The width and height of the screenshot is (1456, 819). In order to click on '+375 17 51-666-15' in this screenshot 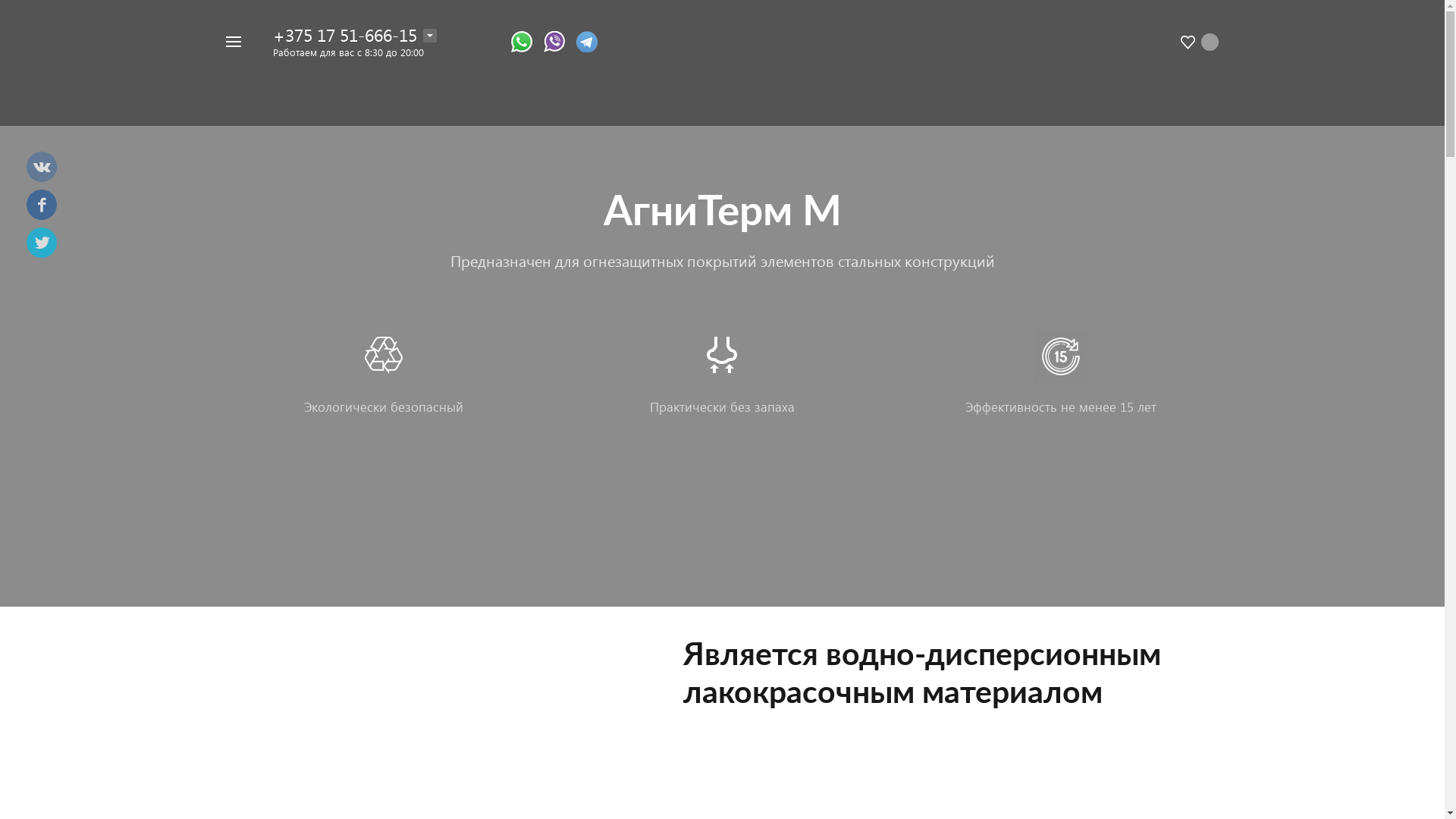, I will do `click(344, 34)`.